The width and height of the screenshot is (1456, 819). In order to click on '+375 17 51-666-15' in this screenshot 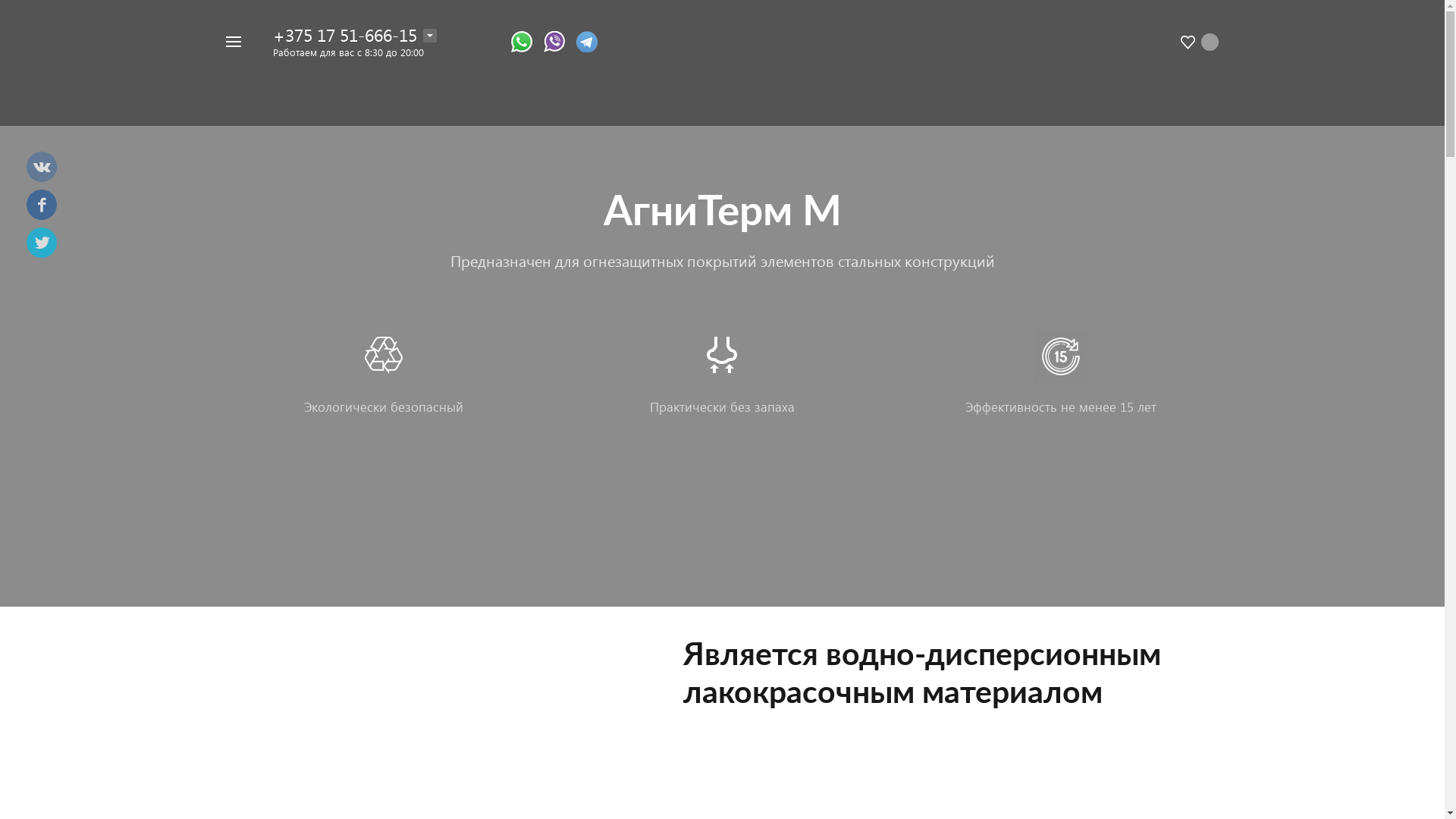, I will do `click(344, 34)`.